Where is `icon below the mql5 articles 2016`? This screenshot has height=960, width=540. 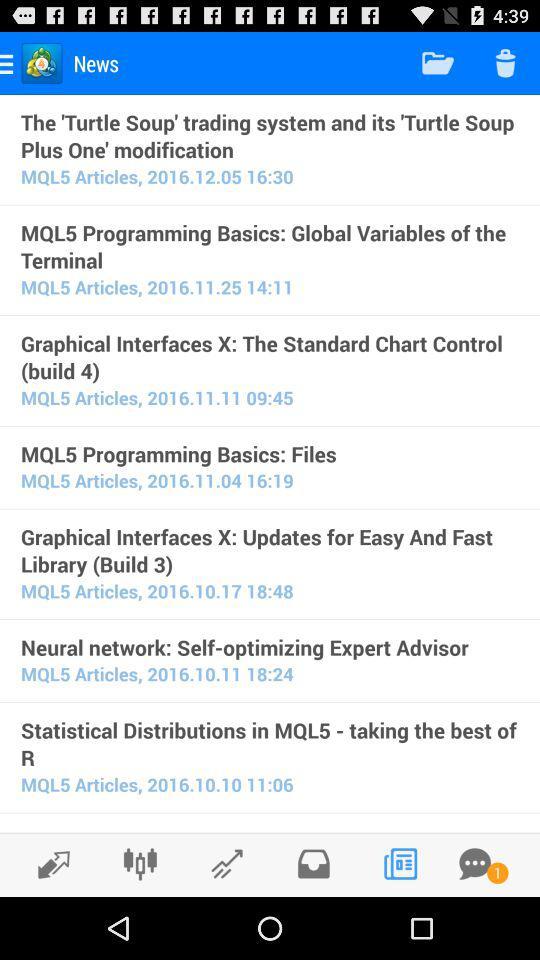
icon below the mql5 articles 2016 is located at coordinates (270, 743).